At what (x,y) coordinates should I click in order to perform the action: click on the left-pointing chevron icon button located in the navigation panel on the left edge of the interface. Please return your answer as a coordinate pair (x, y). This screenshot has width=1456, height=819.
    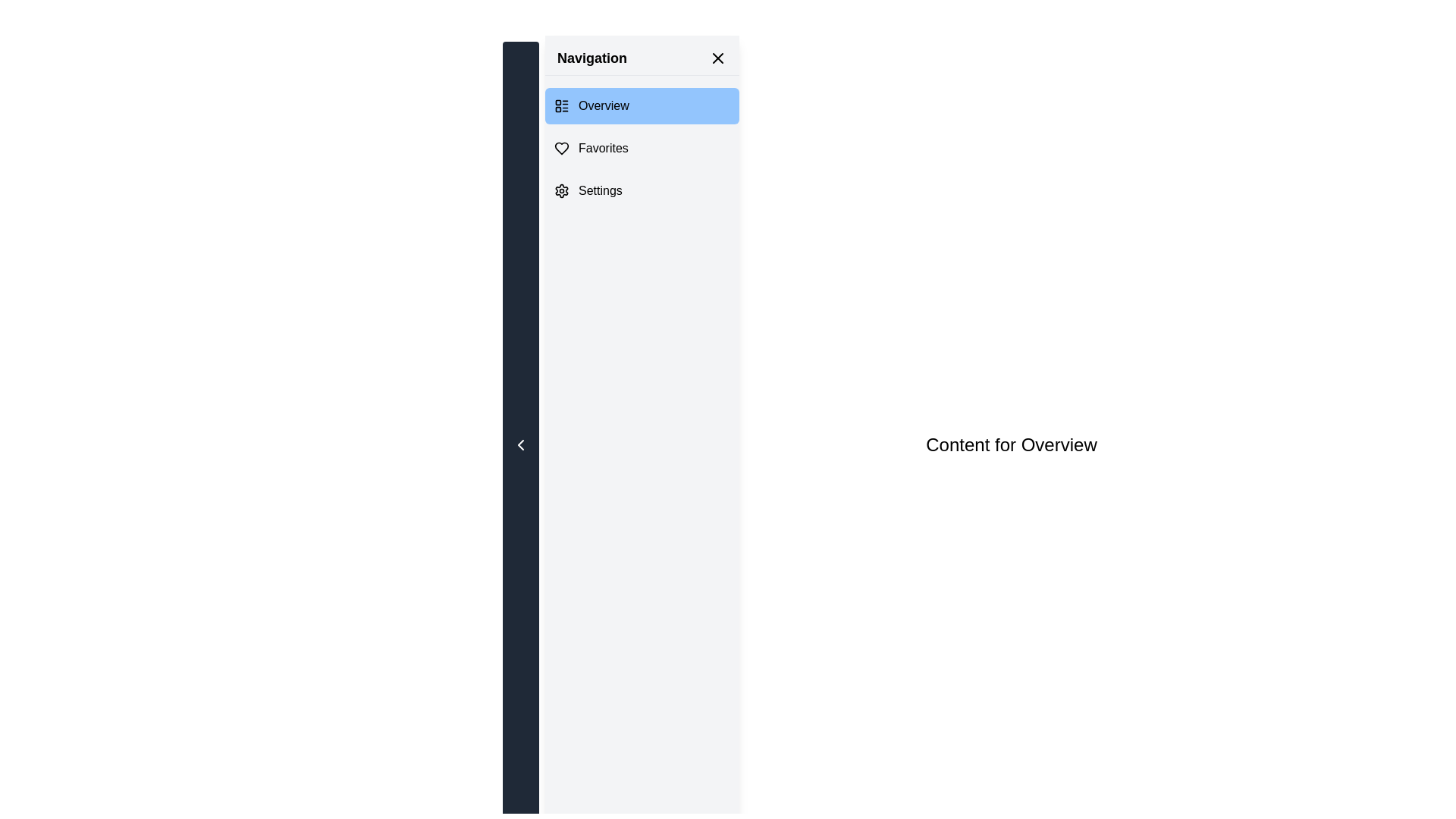
    Looking at the image, I should click on (520, 444).